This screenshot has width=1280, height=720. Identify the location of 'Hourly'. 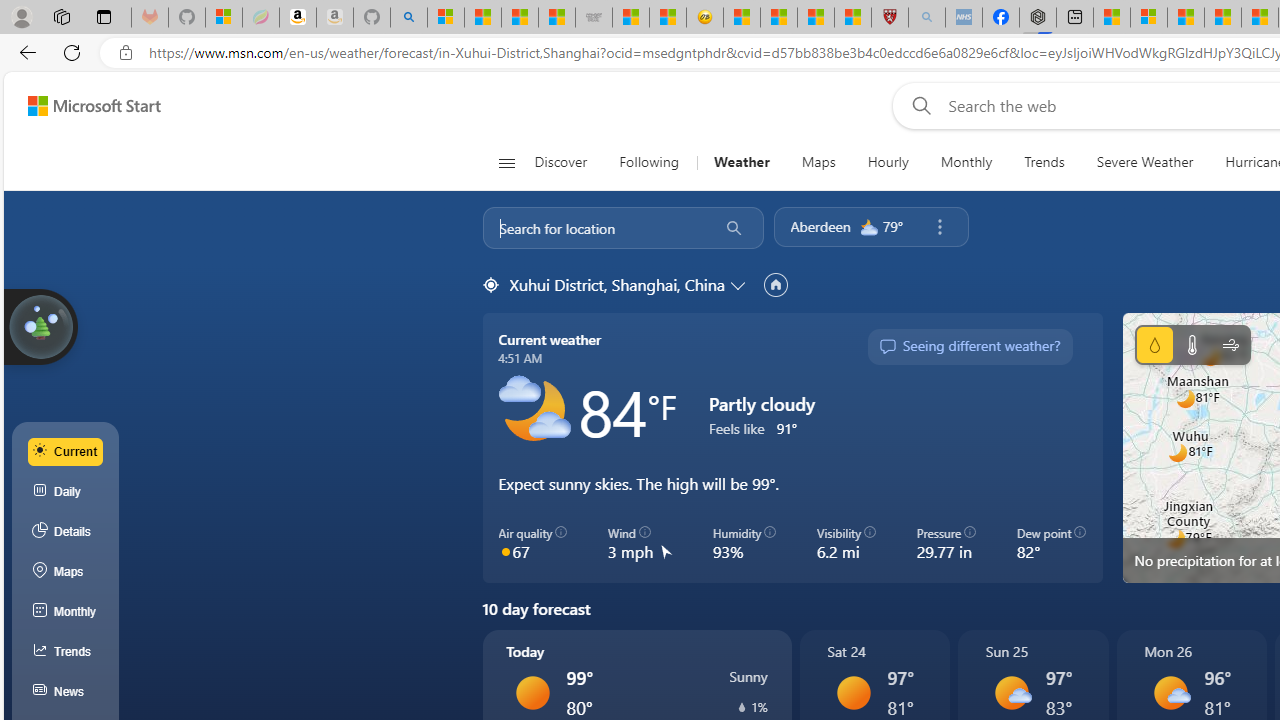
(887, 162).